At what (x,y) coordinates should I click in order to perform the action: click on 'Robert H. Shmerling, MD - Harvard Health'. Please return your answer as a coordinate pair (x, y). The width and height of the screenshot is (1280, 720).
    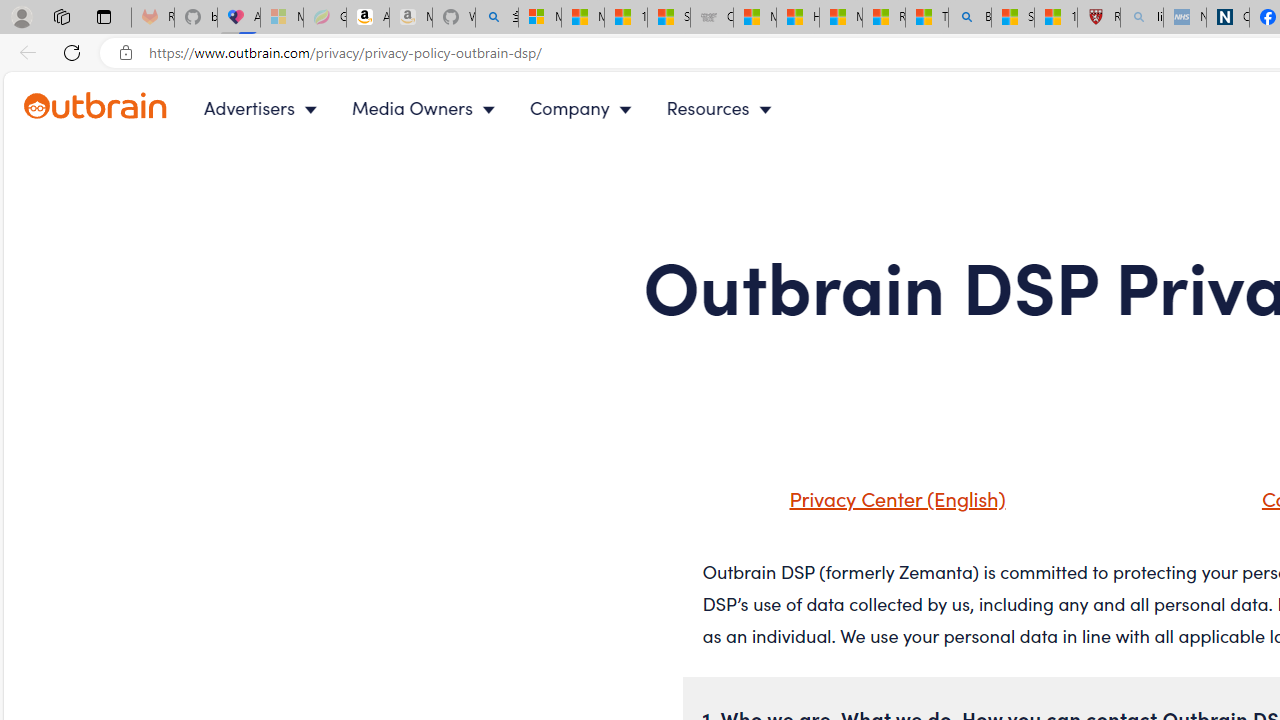
    Looking at the image, I should click on (1097, 17).